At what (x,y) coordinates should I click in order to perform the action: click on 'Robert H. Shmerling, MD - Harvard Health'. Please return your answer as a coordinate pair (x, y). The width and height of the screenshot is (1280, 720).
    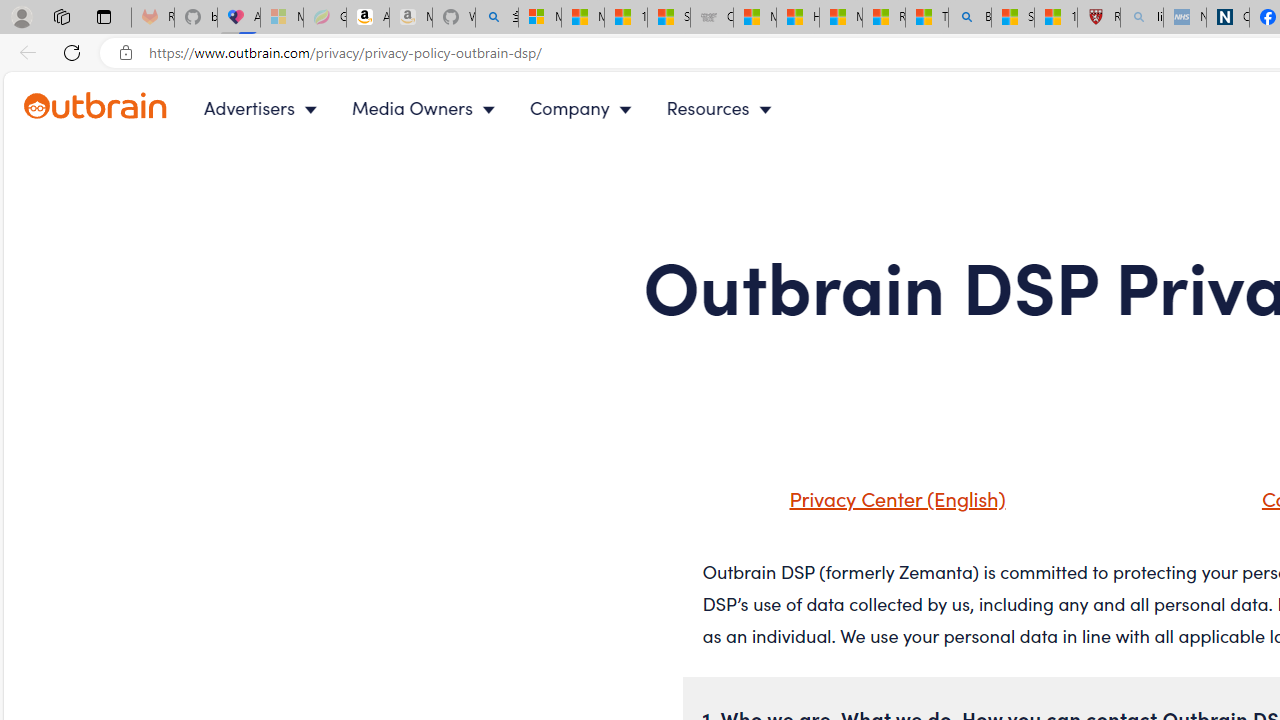
    Looking at the image, I should click on (1097, 17).